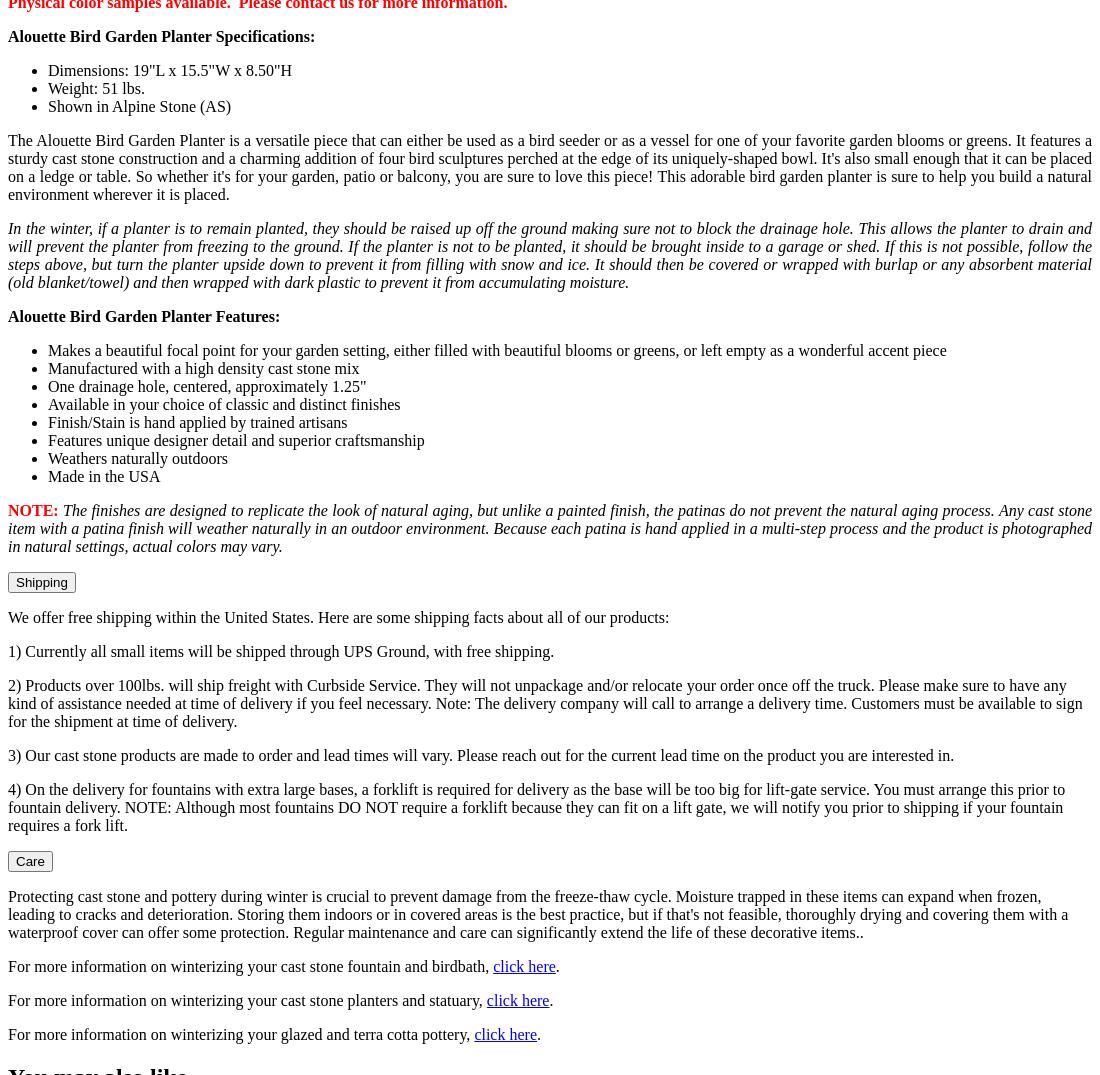 The width and height of the screenshot is (1100, 1075). What do you see at coordinates (7, 527) in the screenshot?
I see `'The finishes are designed to replicate the look of natural aging, but unlike a painted finish, the patinas do not prevent the natural aging process. Any cast stone item with a patina finish will weather naturally in an outdoor environment. Because each patina is hand applied in a multi-step process and the product is photographed in natural settings, actual colors may vary.'` at bounding box center [7, 527].